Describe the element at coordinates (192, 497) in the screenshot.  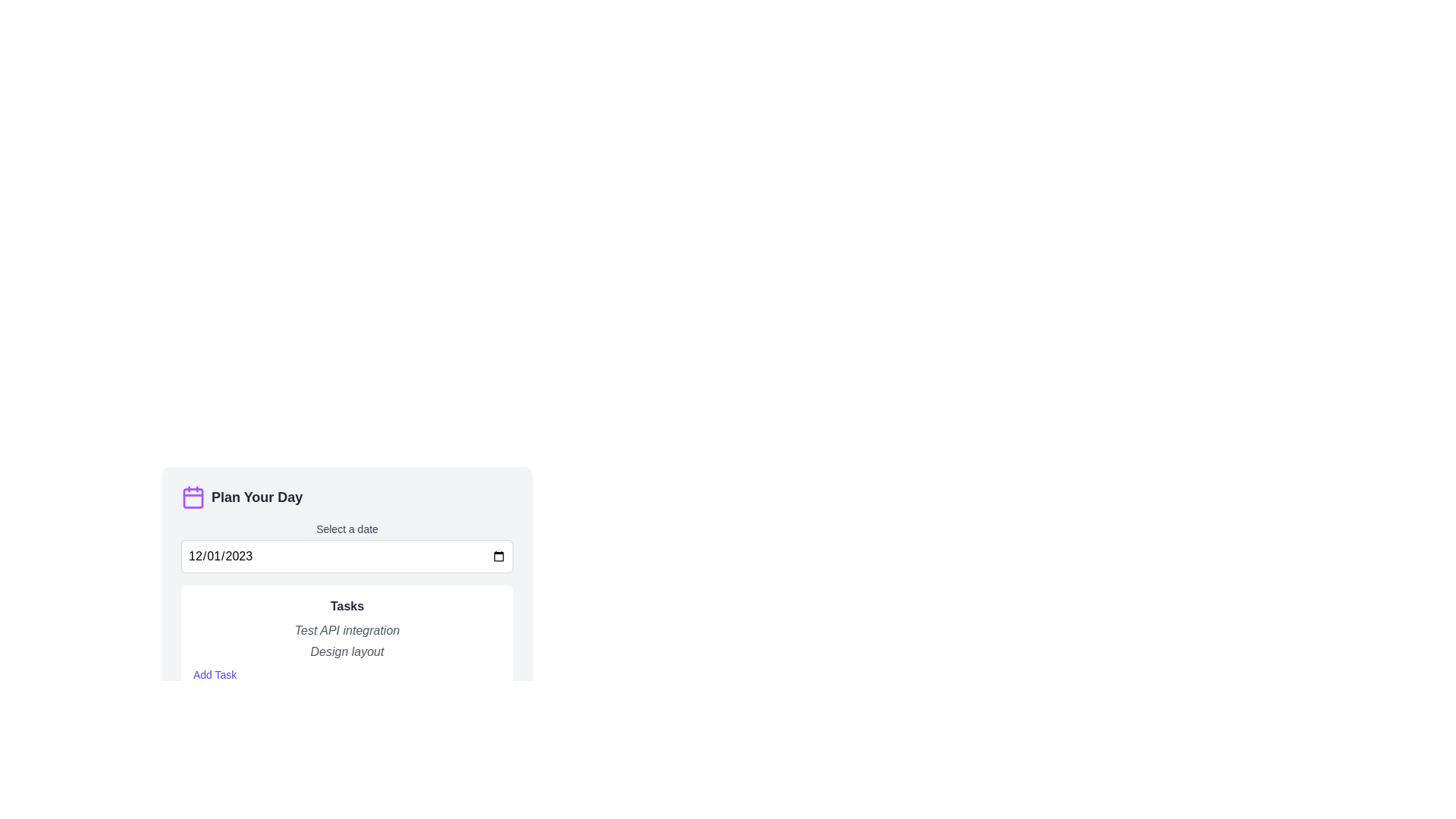
I see `the calendar icon located at the top-left corner of the 'Plan Your Day' section, which visually indicates the nature of the section it belongs to` at that location.